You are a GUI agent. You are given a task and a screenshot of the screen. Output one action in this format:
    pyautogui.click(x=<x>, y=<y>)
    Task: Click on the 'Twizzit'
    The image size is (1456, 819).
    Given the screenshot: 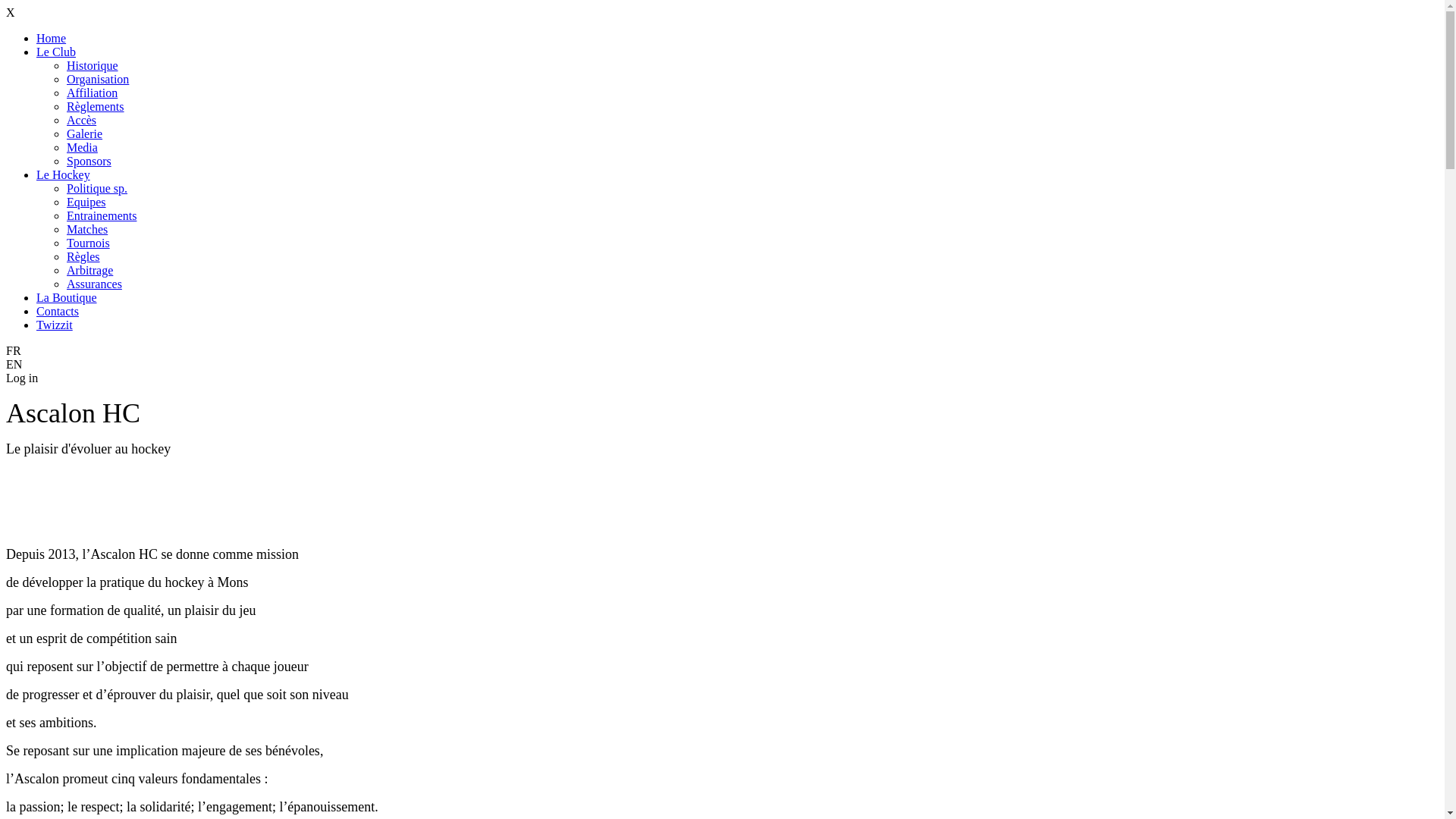 What is the action you would take?
    pyautogui.click(x=55, y=324)
    